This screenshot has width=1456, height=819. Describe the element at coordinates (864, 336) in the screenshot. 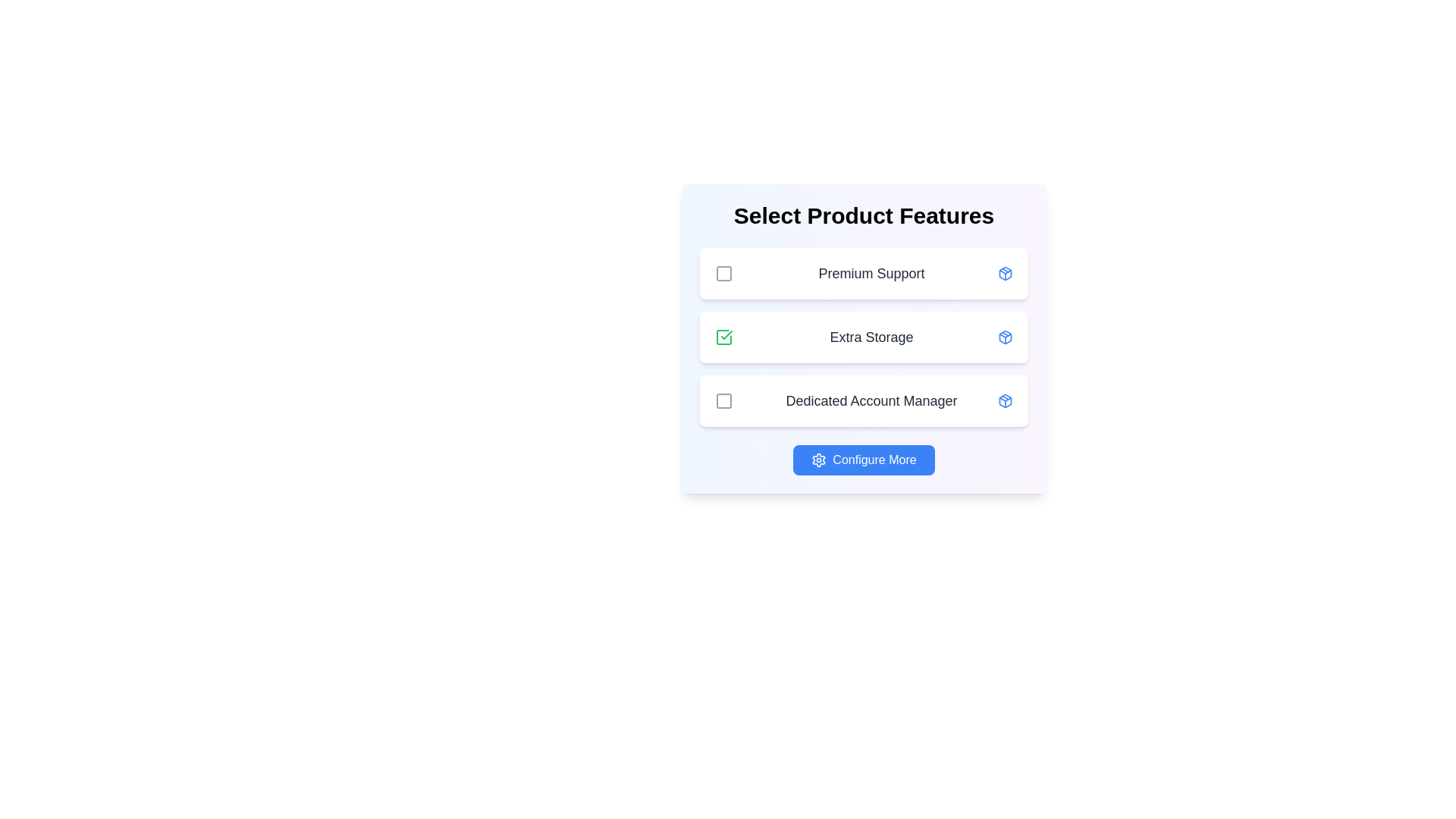

I see `the feature item Extra Storage to observe its hover effect` at that location.